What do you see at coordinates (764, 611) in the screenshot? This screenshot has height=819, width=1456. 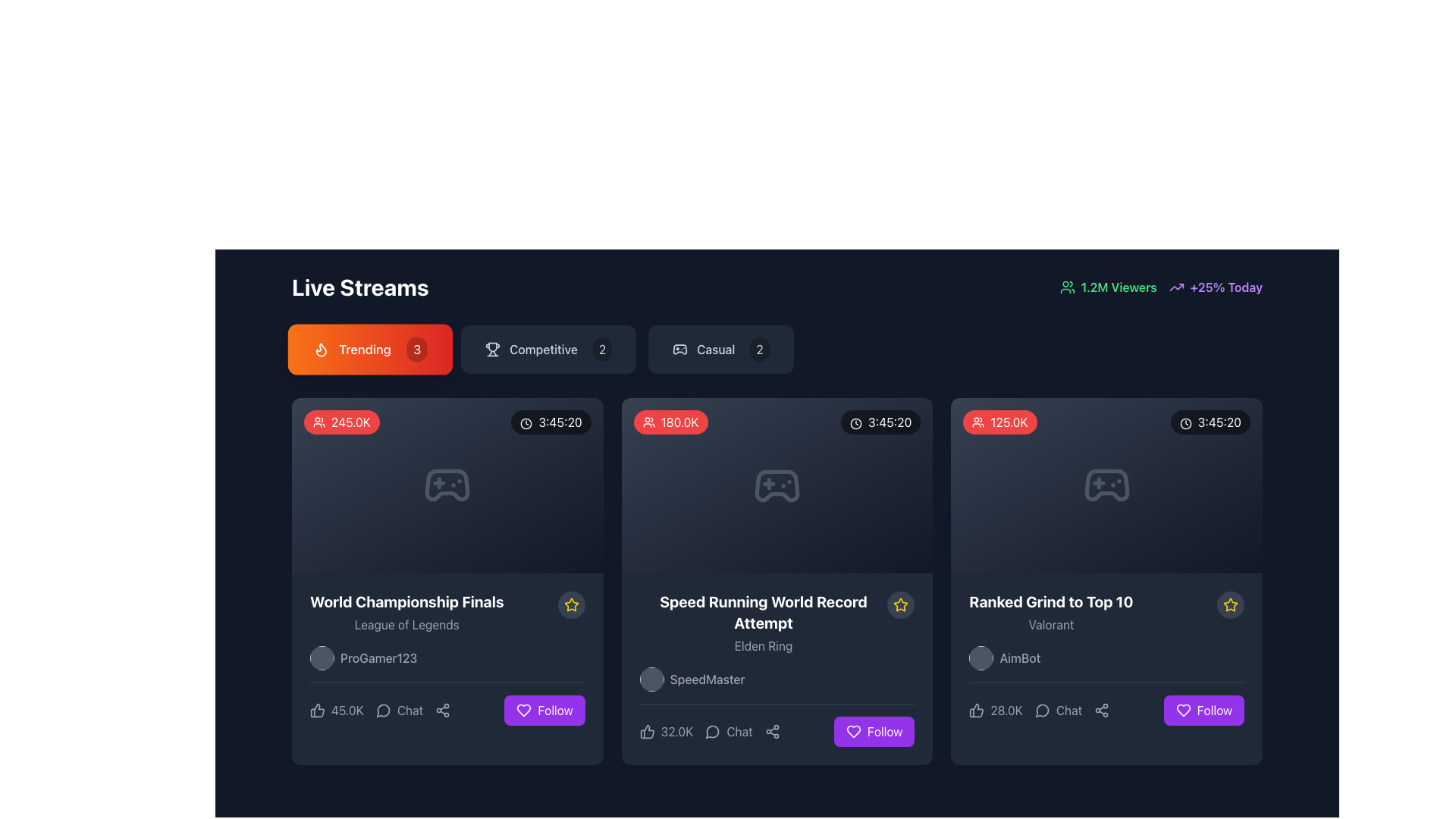 I see `the bold, white text label displaying 'Speed Running World Record Attempt'` at bounding box center [764, 611].